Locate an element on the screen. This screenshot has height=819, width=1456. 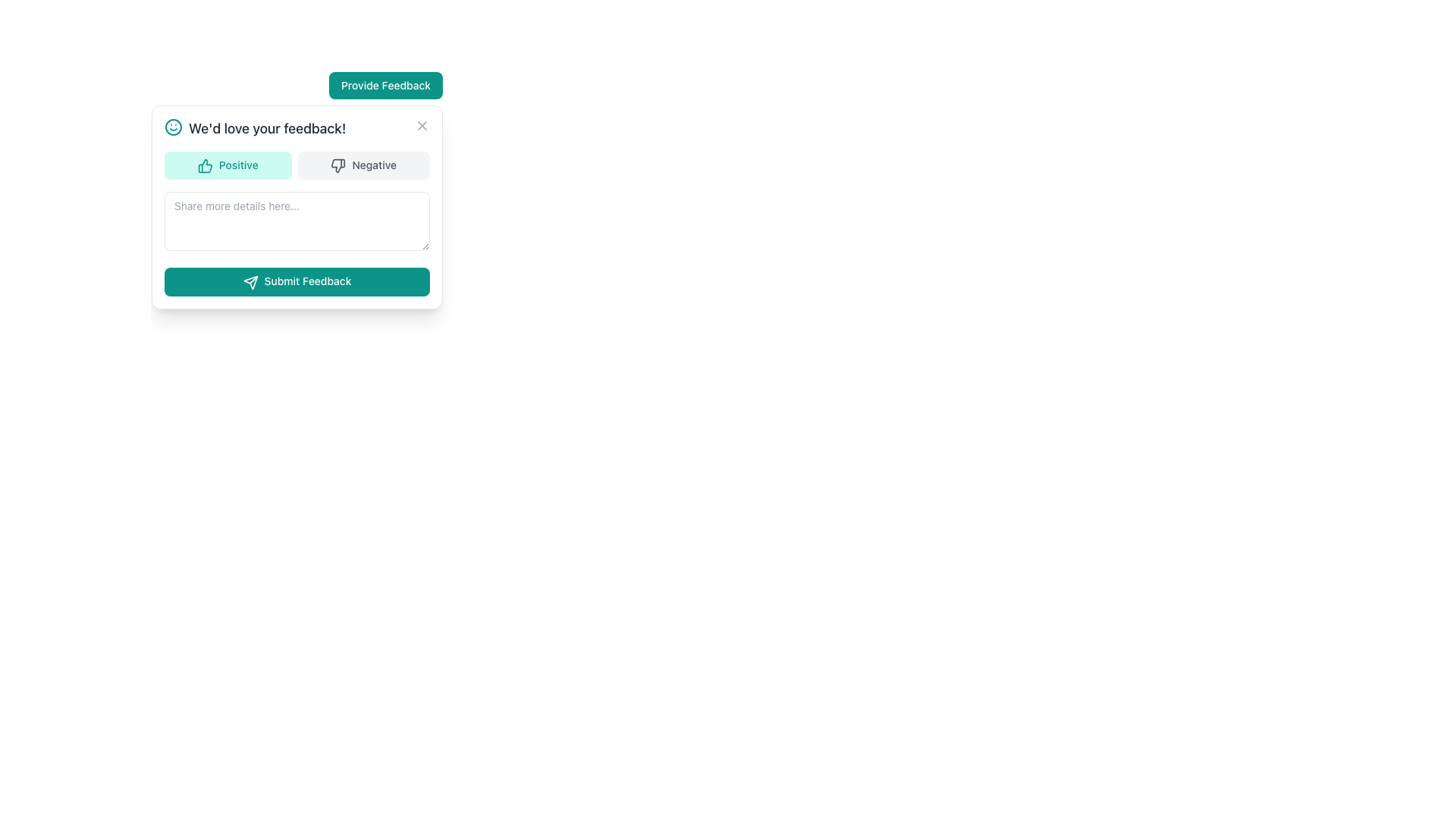
to select text in the multiline text input area located centrally within the feedback panel, below the 'Positive' and 'Negative' buttons, and above the 'Submit Feedback' button is located at coordinates (297, 221).